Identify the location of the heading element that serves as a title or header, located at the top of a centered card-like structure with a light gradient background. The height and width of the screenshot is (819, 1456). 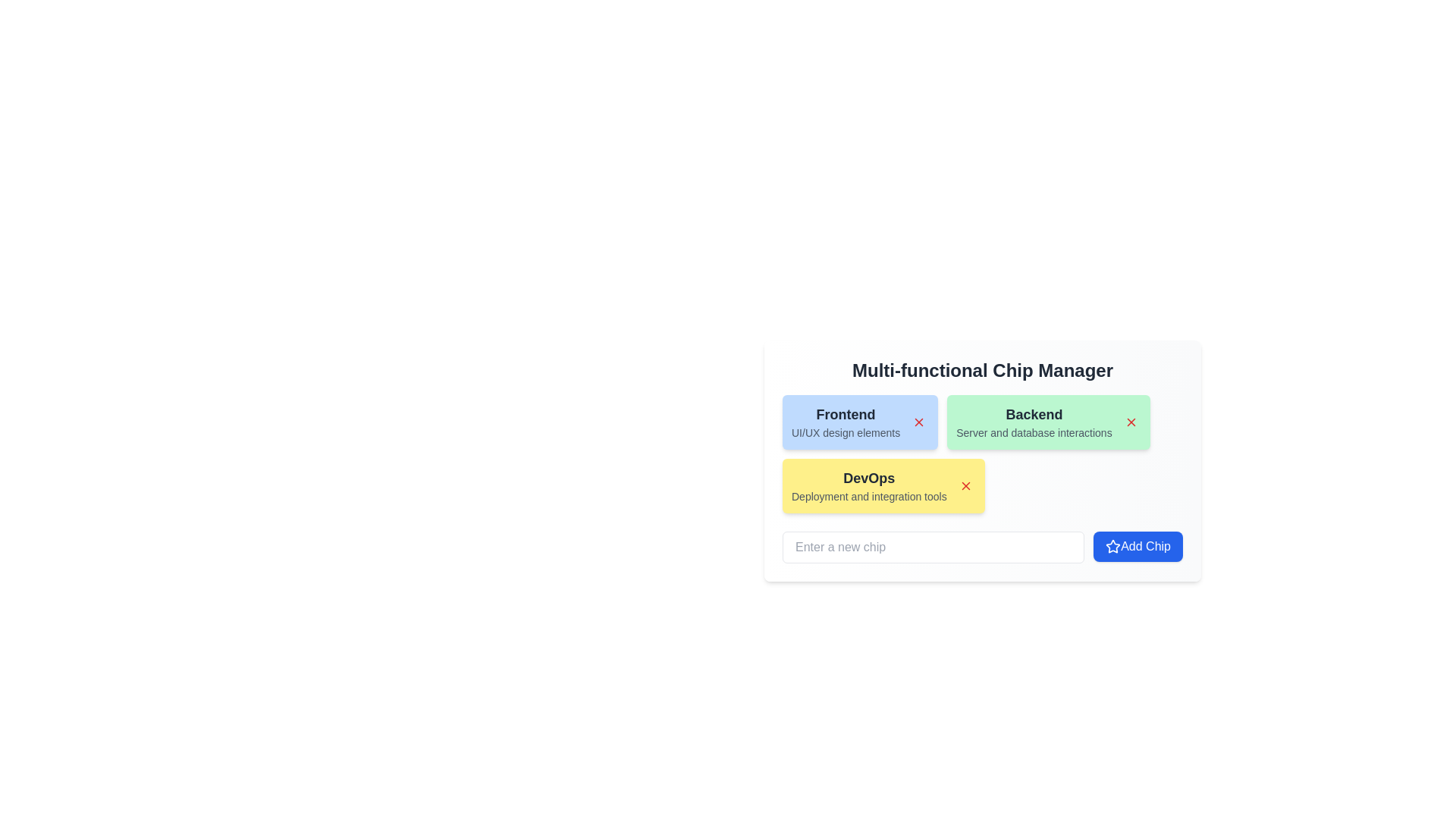
(983, 371).